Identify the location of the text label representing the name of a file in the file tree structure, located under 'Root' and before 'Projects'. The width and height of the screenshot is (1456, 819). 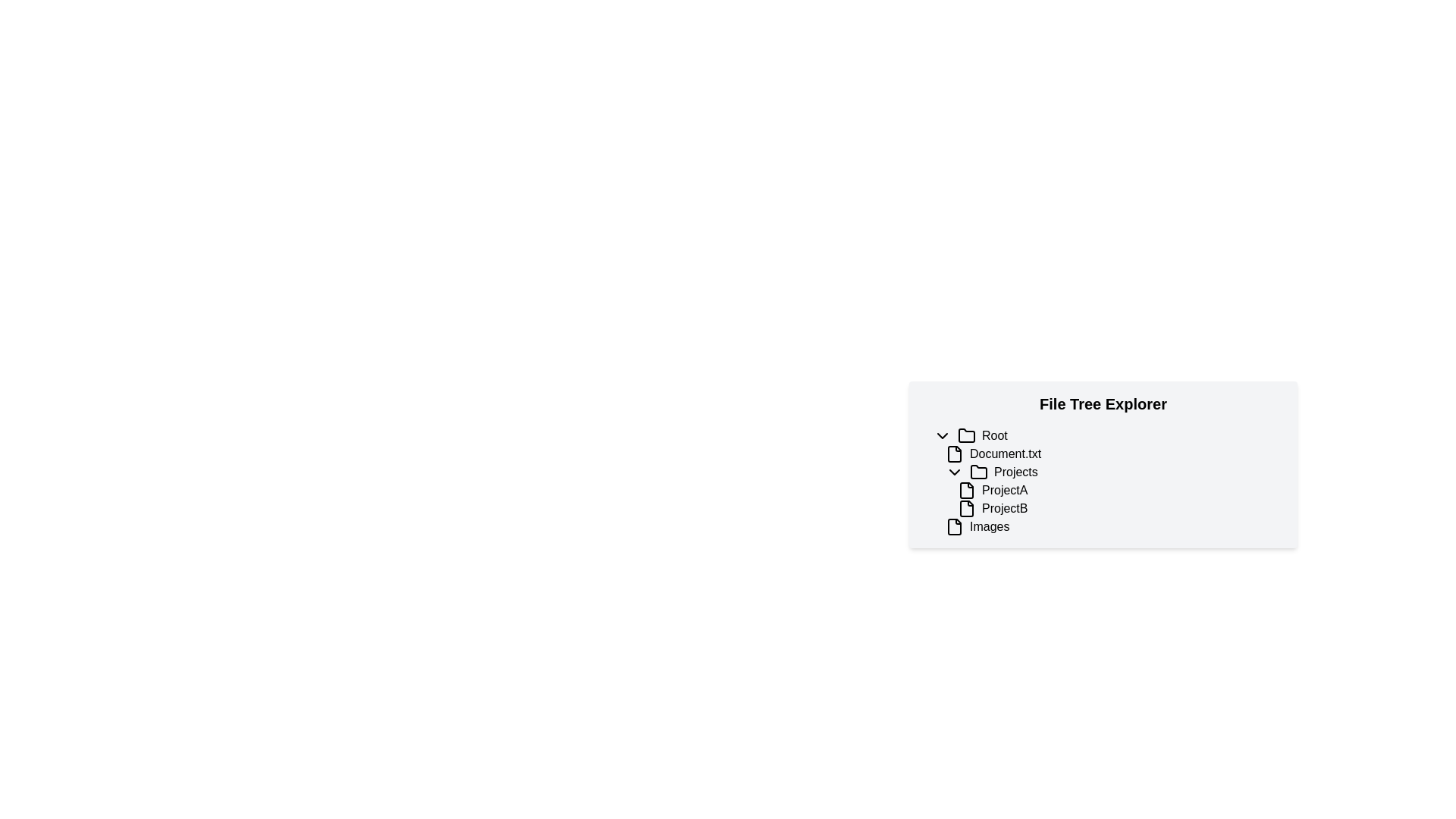
(1005, 453).